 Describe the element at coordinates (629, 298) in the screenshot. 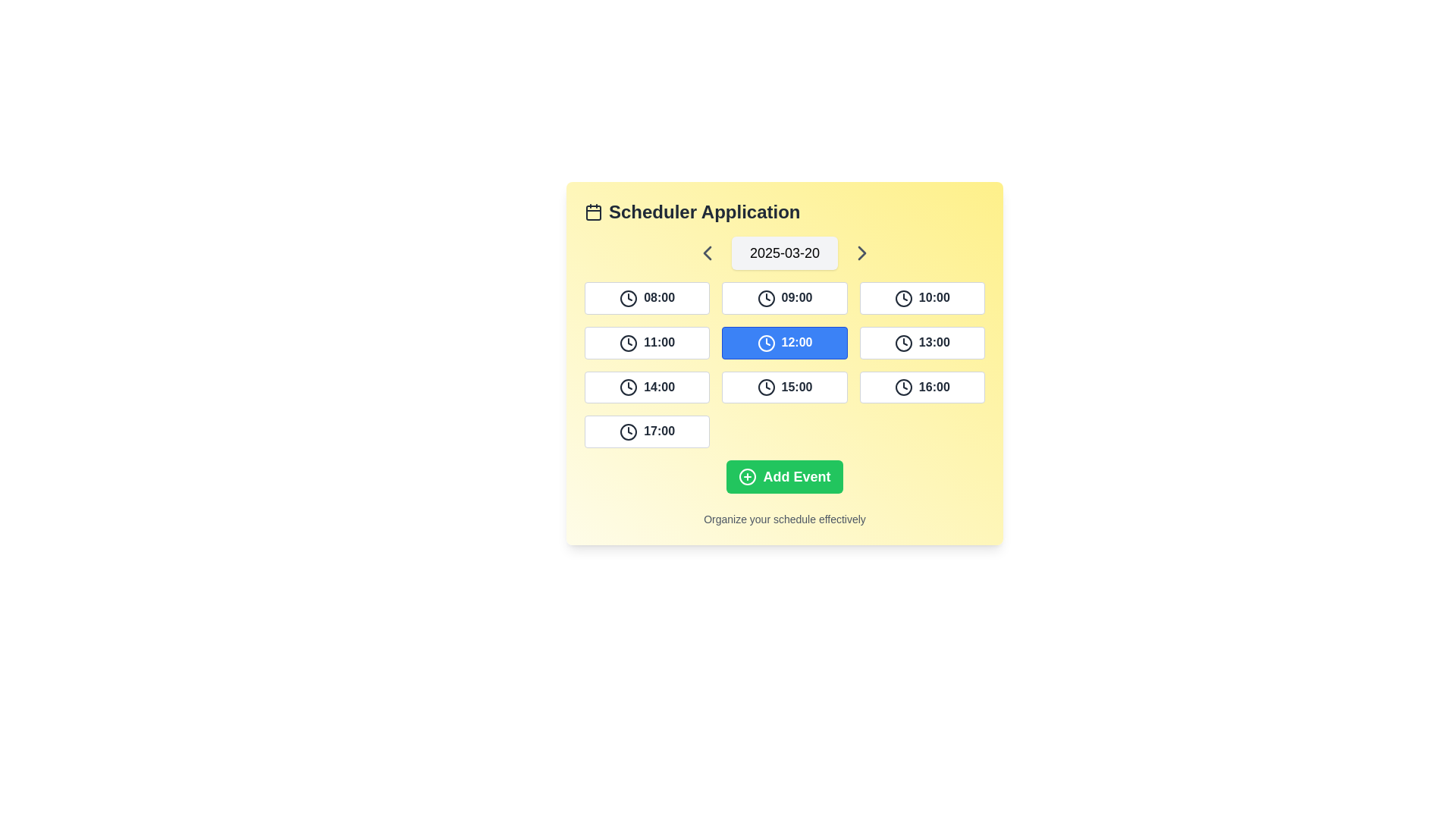

I see `circular graphical element that is part of the clock icon located next to '08:00' in the scheduler application's grid` at that location.